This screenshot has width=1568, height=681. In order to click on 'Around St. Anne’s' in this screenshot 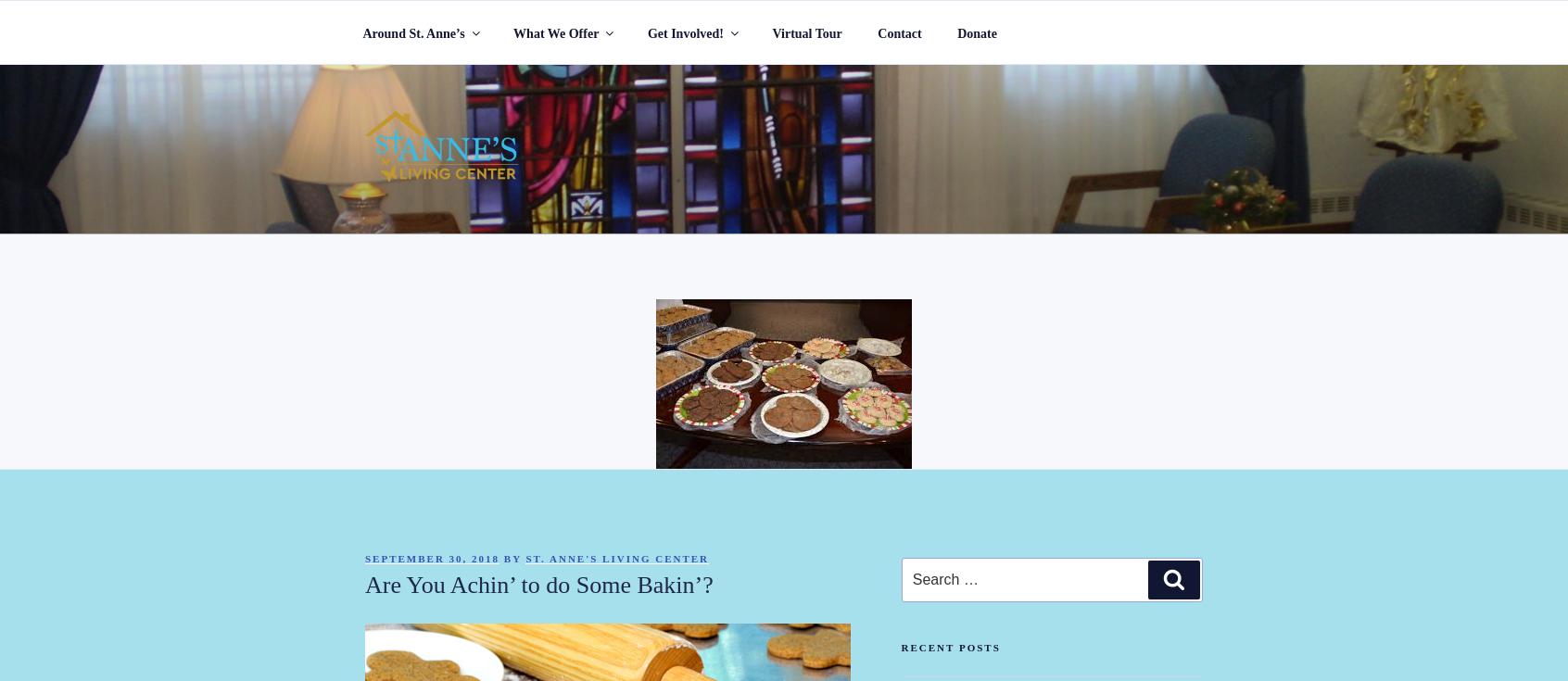, I will do `click(412, 32)`.